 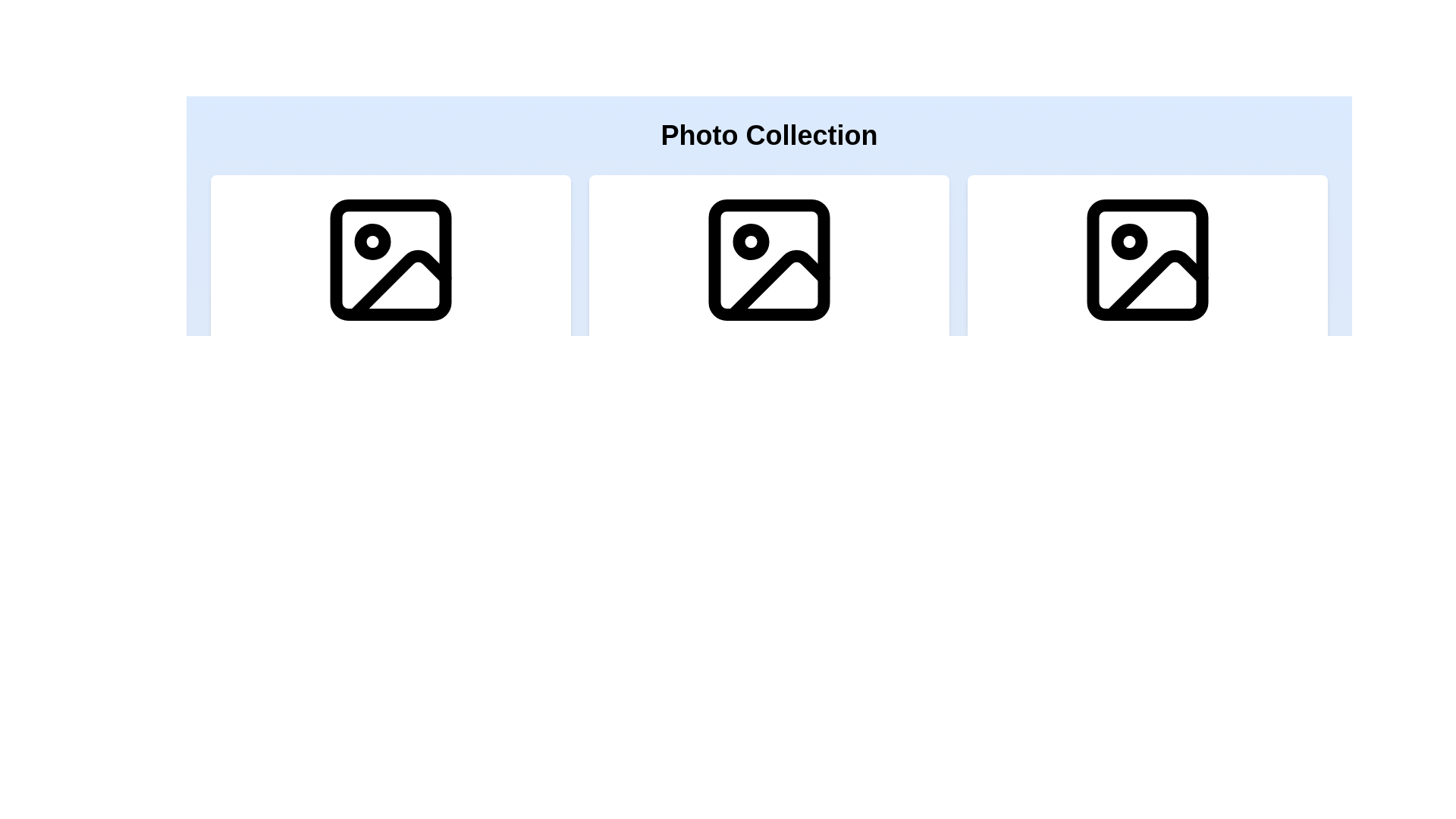 I want to click on the third image icon in the 'Photo Collection' section, so click(x=1147, y=259).